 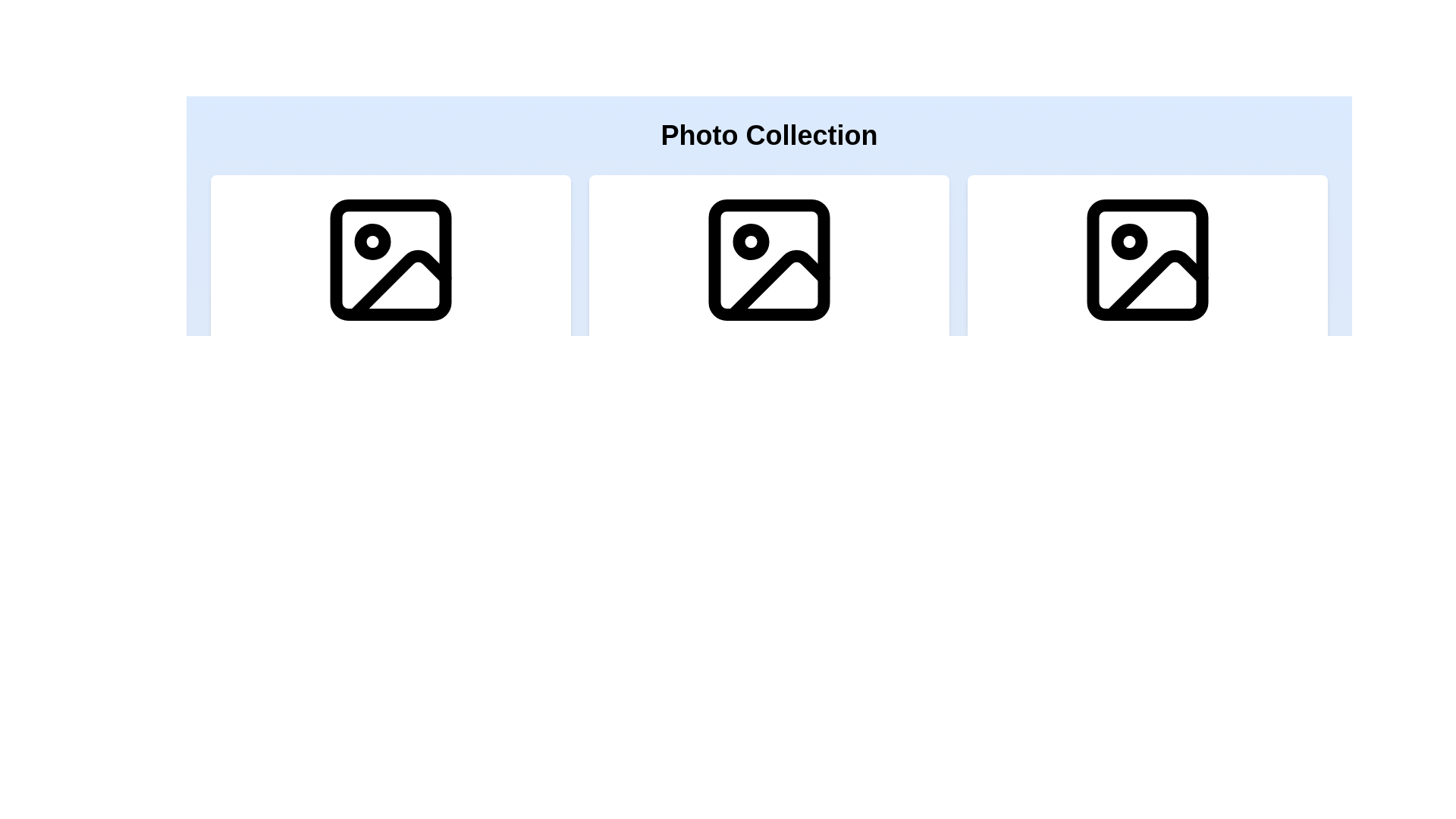 I want to click on the third image icon in the 'Photo Collection' section, so click(x=1147, y=259).